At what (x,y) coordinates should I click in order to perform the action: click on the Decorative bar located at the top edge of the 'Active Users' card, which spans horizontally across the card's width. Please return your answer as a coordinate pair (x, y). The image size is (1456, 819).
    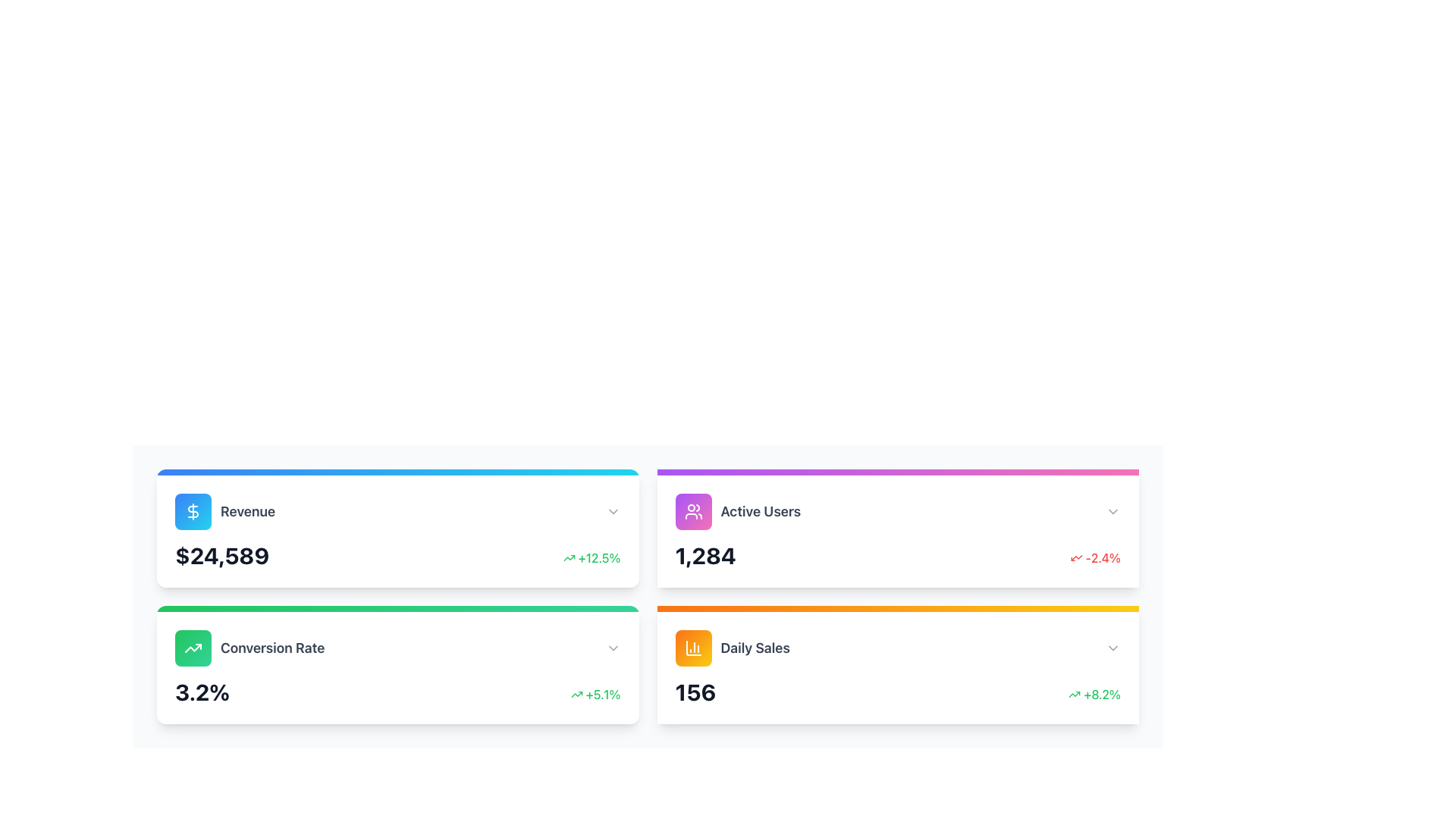
    Looking at the image, I should click on (898, 472).